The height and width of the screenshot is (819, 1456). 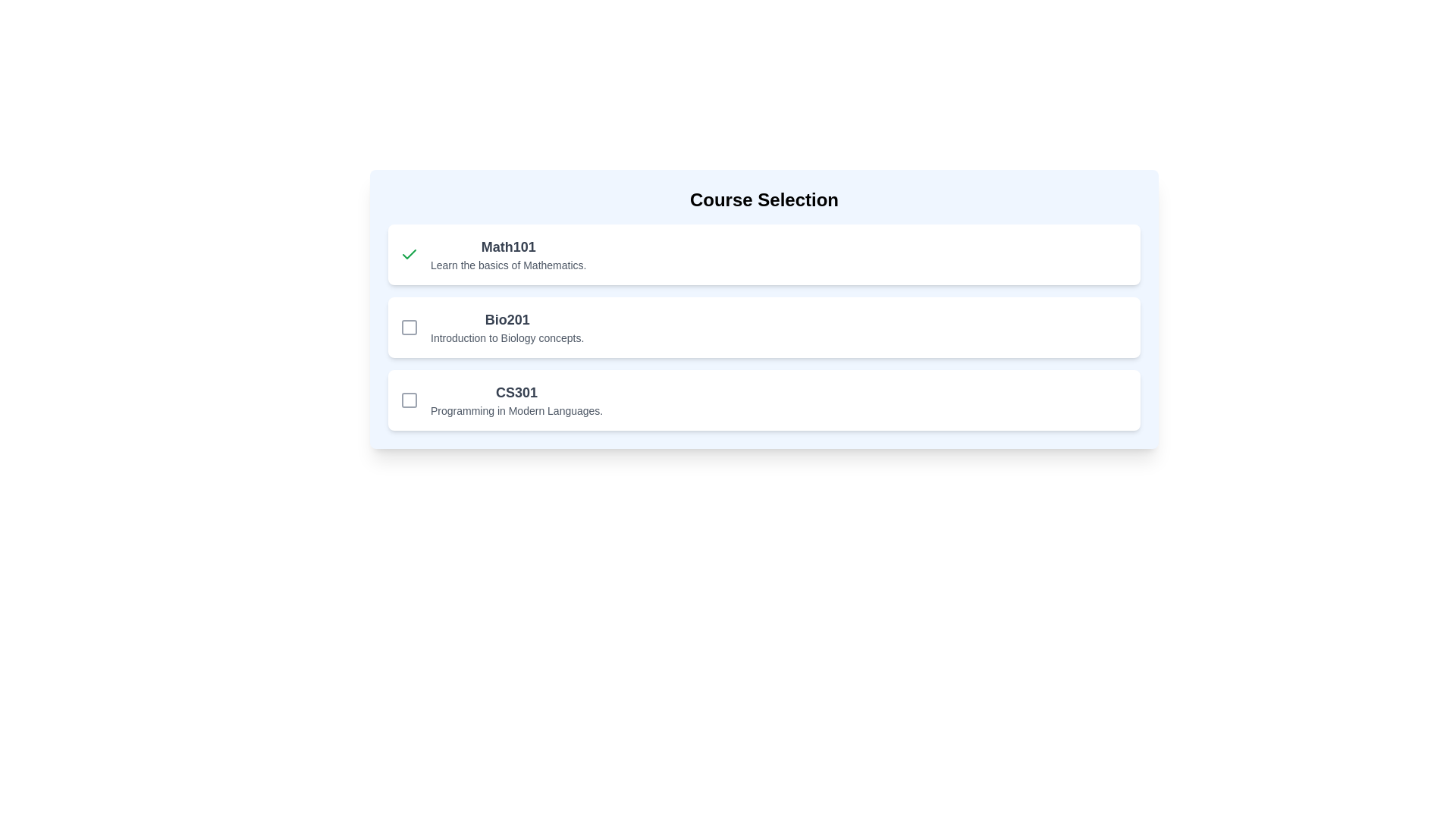 I want to click on the checkbox on the third selectable list item labeled 'CS301', so click(x=764, y=400).